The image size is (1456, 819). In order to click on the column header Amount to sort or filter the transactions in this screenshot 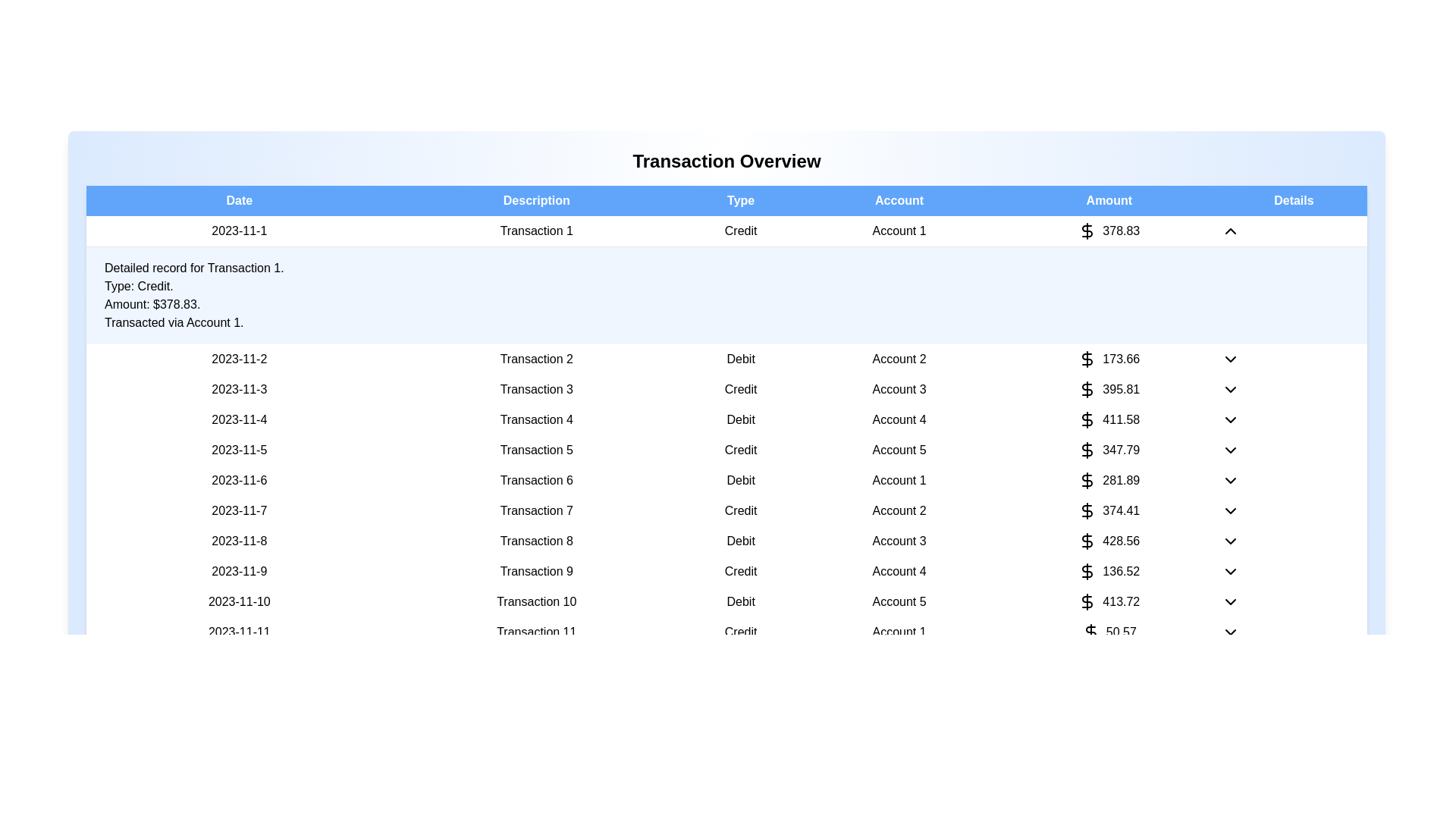, I will do `click(1109, 200)`.